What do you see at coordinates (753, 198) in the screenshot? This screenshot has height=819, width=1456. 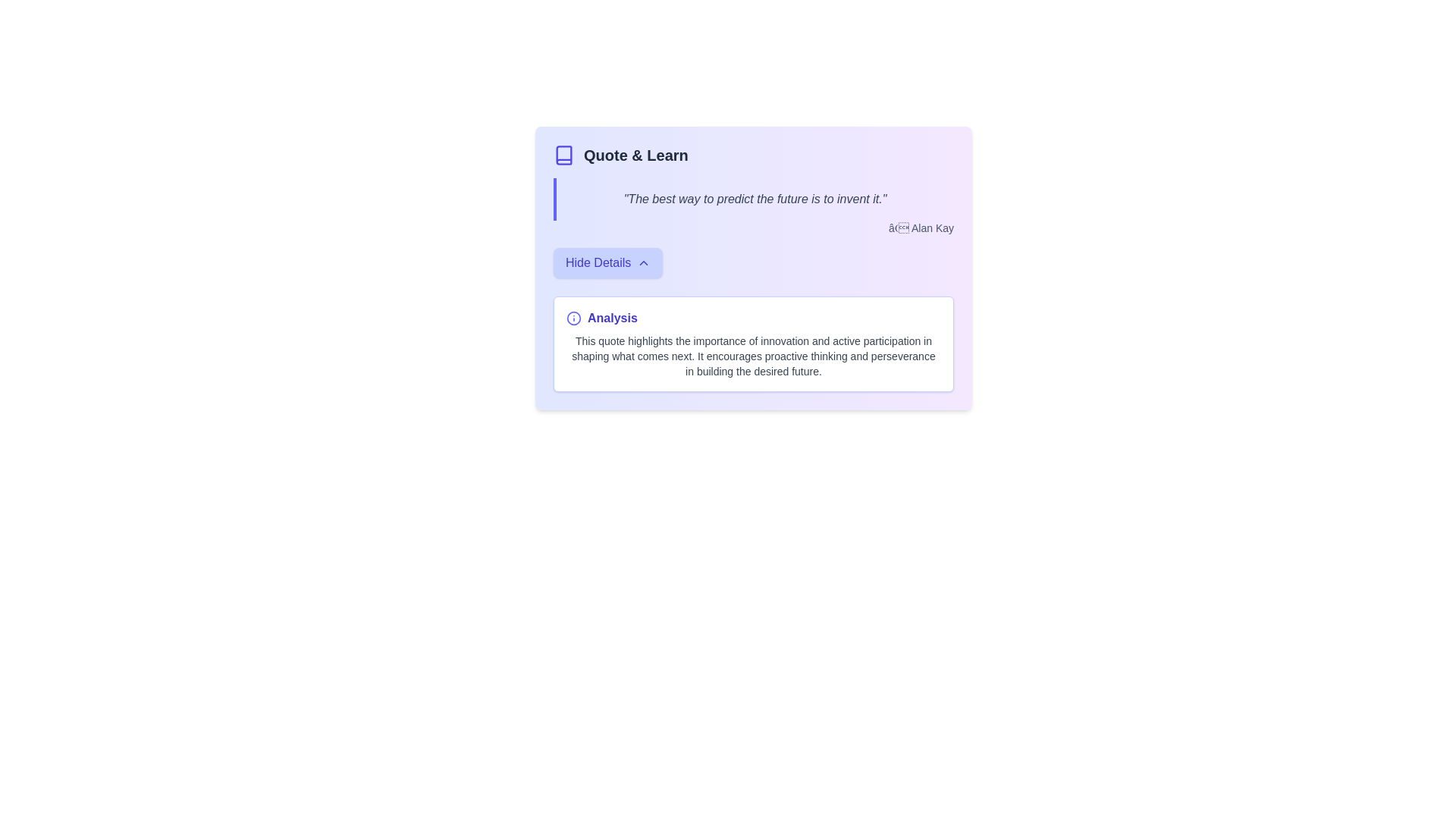 I see `the motivational quote text located in the centered card layout directly beneath the section title 'Quote & Learn.'` at bounding box center [753, 198].